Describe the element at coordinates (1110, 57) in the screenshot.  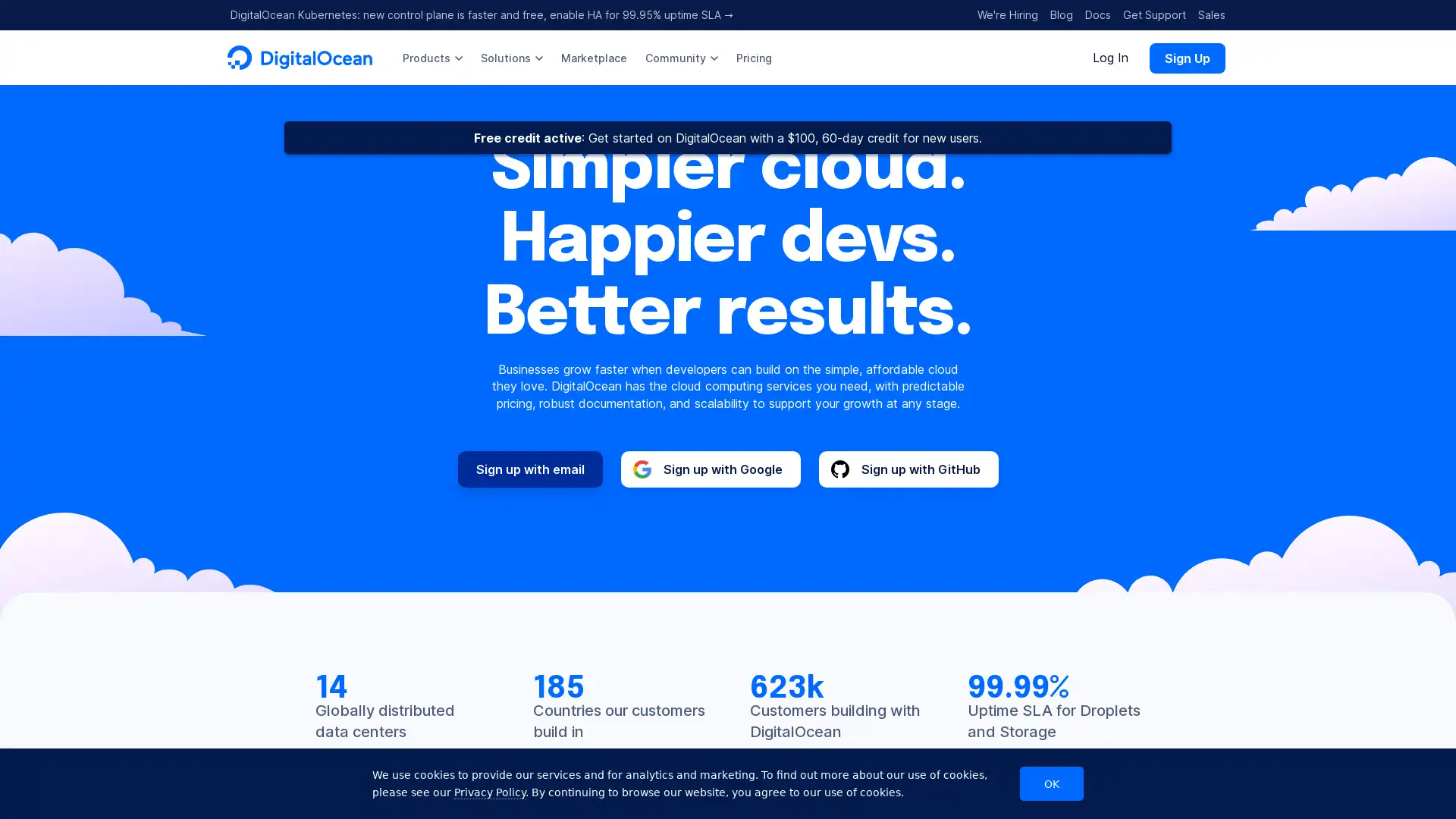
I see `Log In` at that location.